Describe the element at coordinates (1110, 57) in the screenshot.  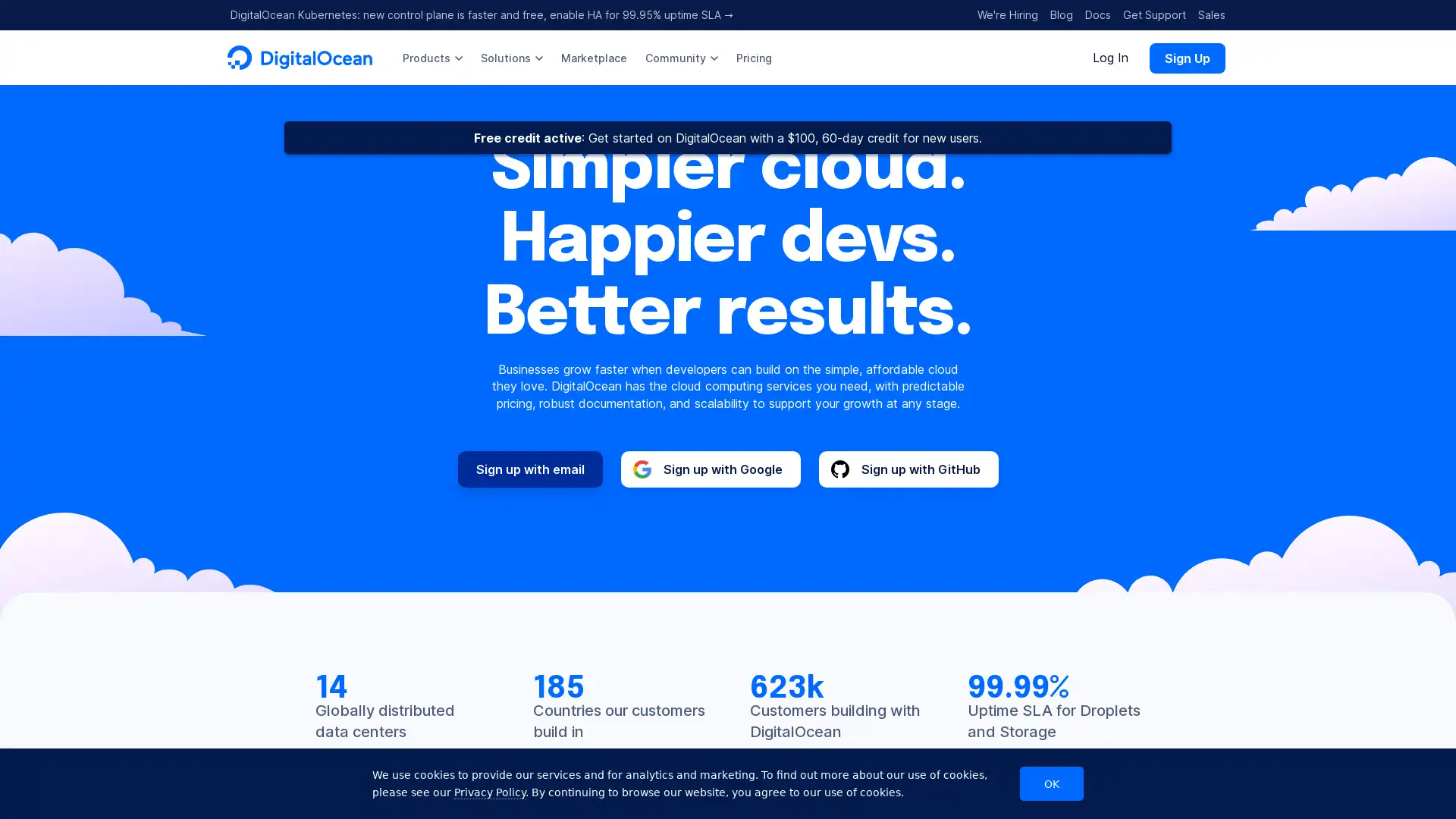
I see `Log In` at that location.